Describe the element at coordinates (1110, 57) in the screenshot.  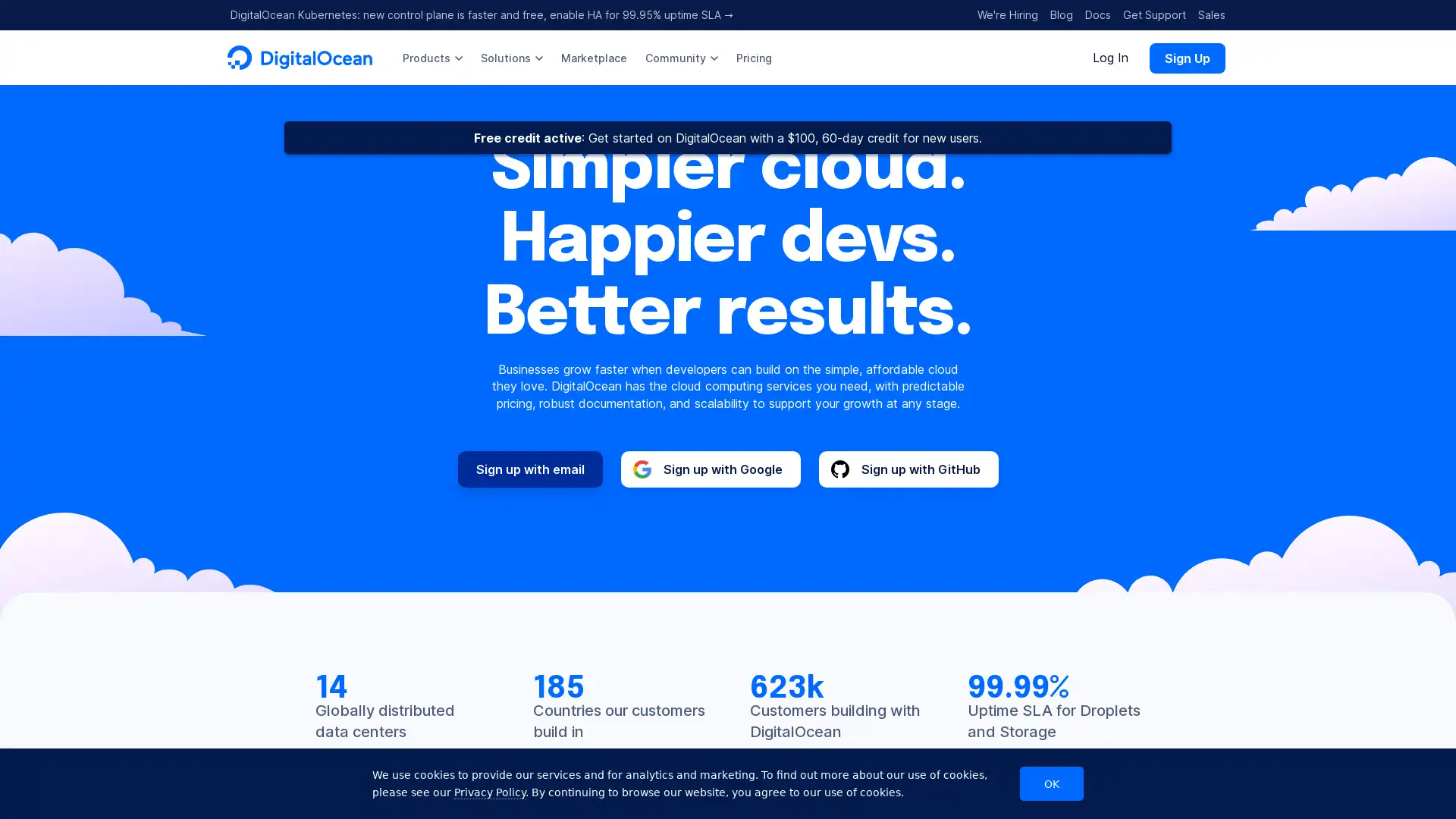
I see `Log In` at that location.